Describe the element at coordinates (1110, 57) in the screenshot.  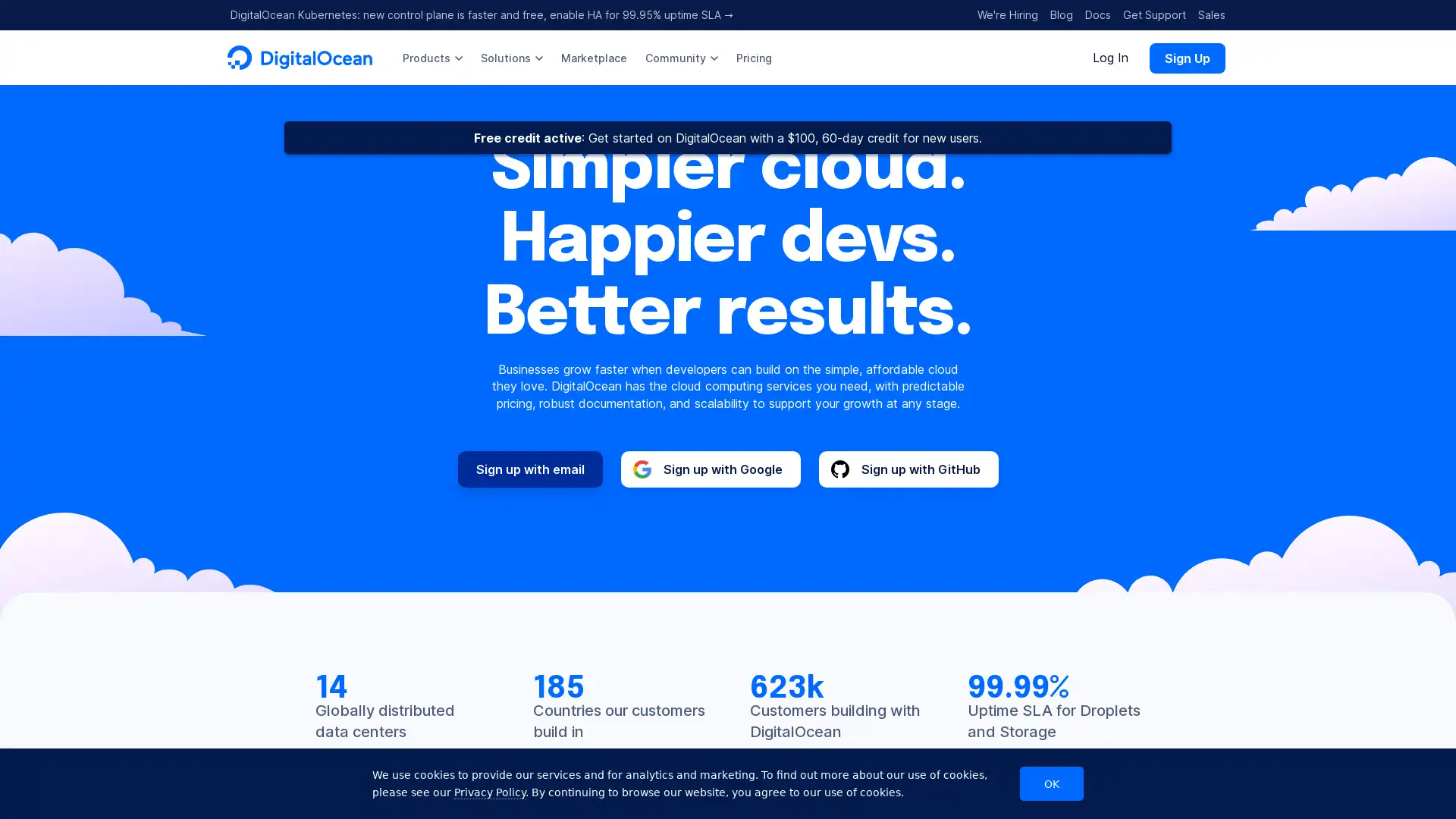
I see `Log In` at that location.